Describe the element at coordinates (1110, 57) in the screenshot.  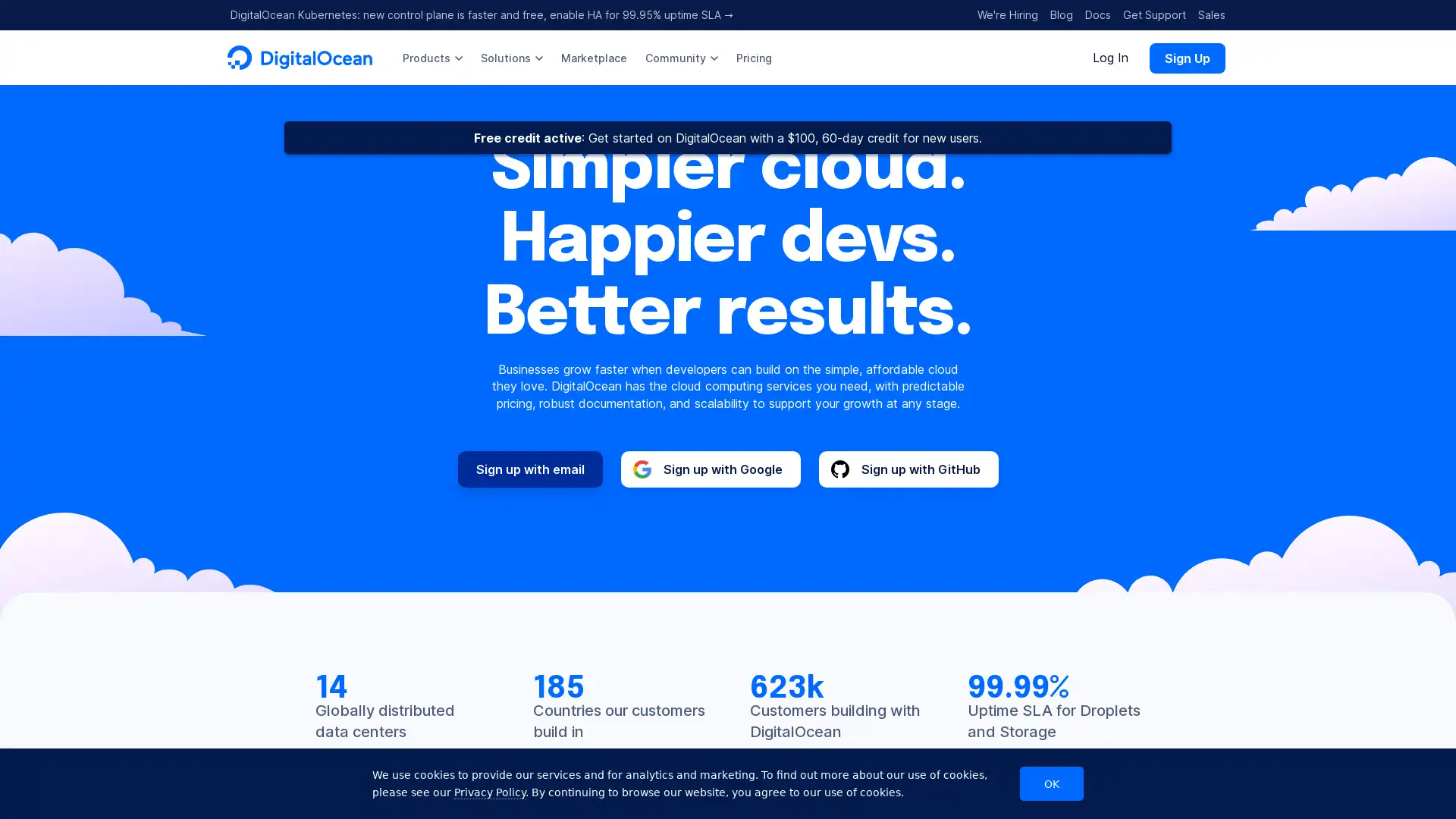
I see `Log In` at that location.